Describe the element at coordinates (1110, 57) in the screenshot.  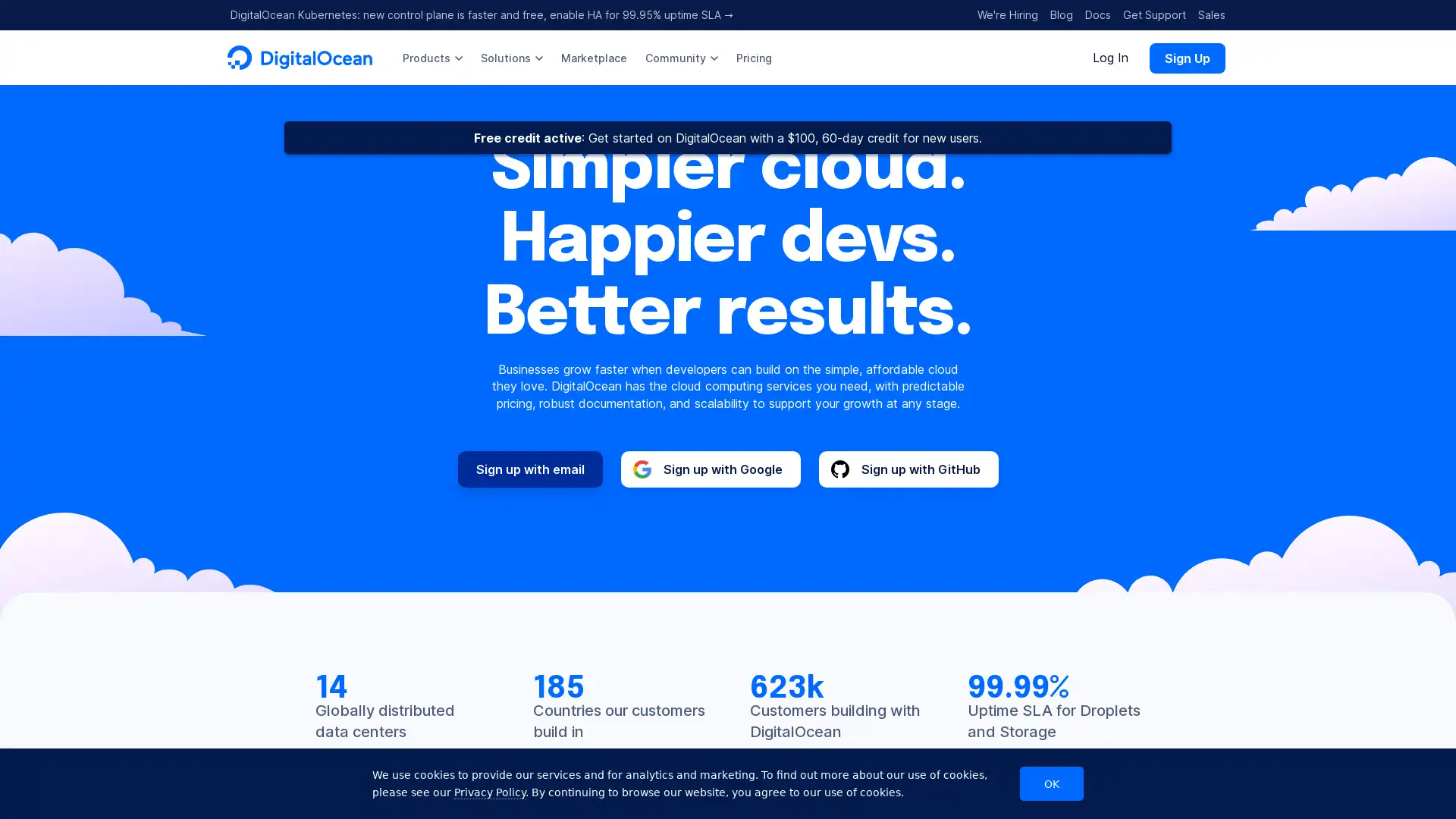
I see `Log In` at that location.